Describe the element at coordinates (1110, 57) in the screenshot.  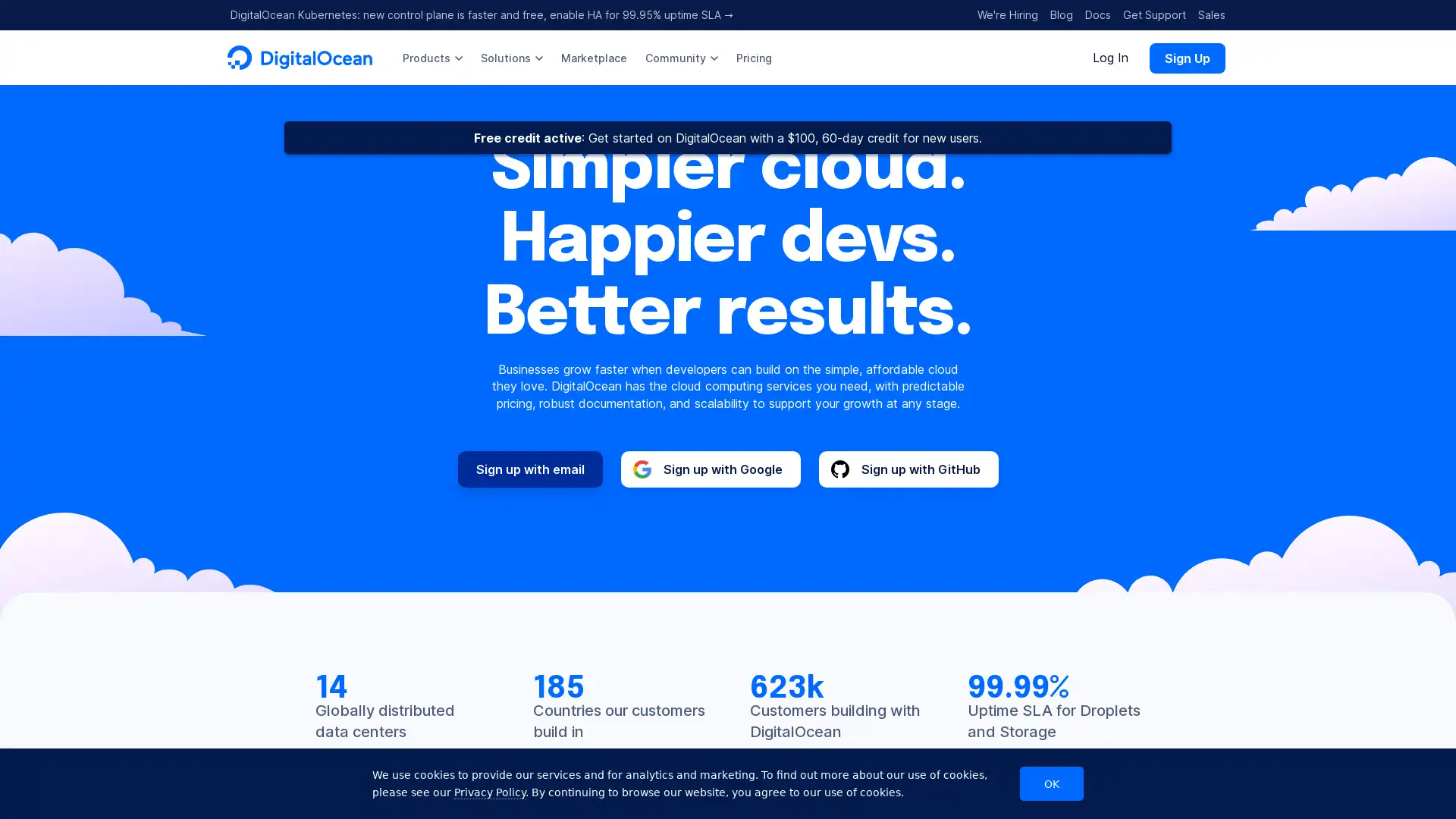
I see `Log In` at that location.